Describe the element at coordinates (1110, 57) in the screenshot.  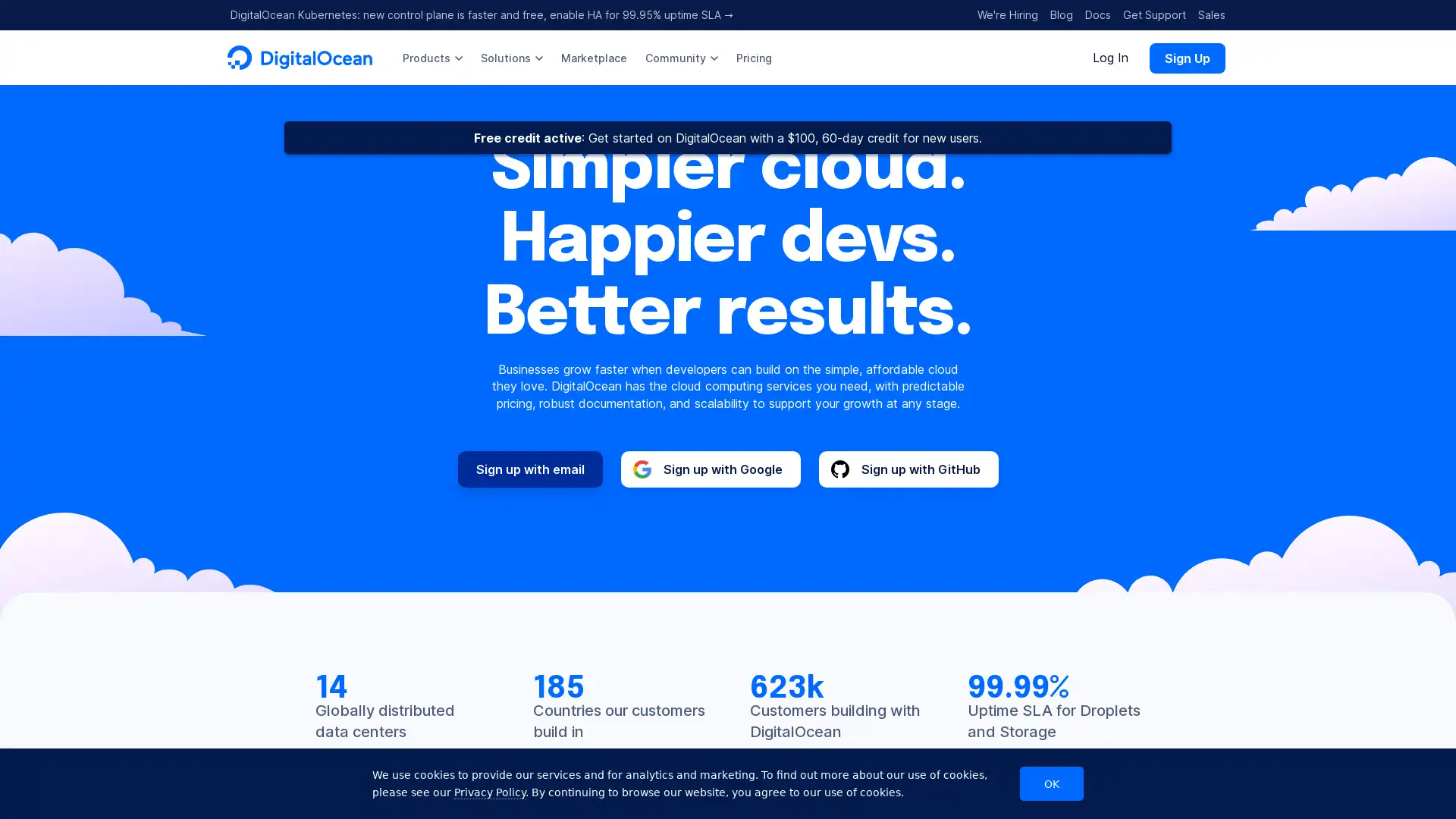
I see `Log In` at that location.